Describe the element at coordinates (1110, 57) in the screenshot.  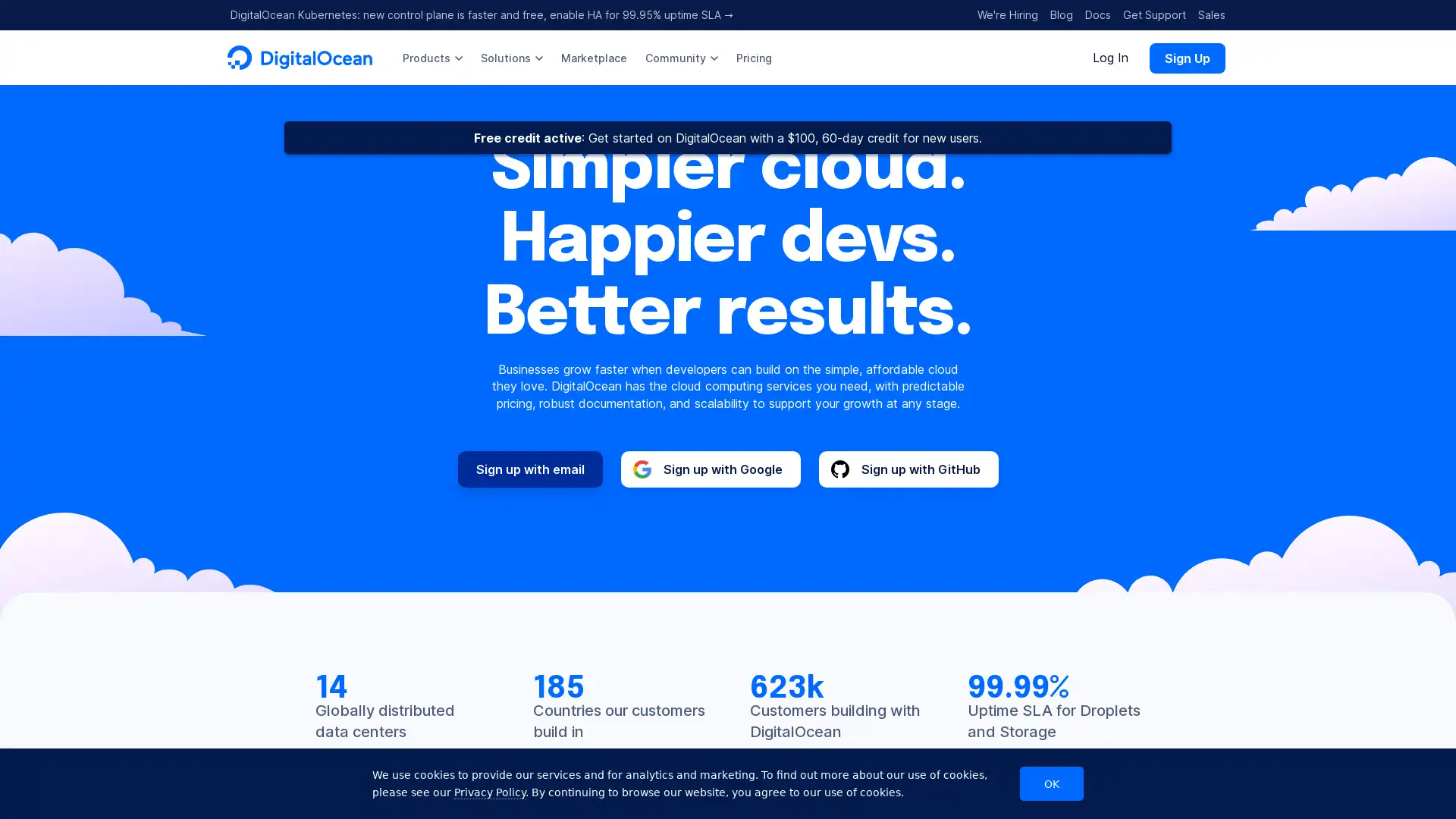
I see `Log In` at that location.